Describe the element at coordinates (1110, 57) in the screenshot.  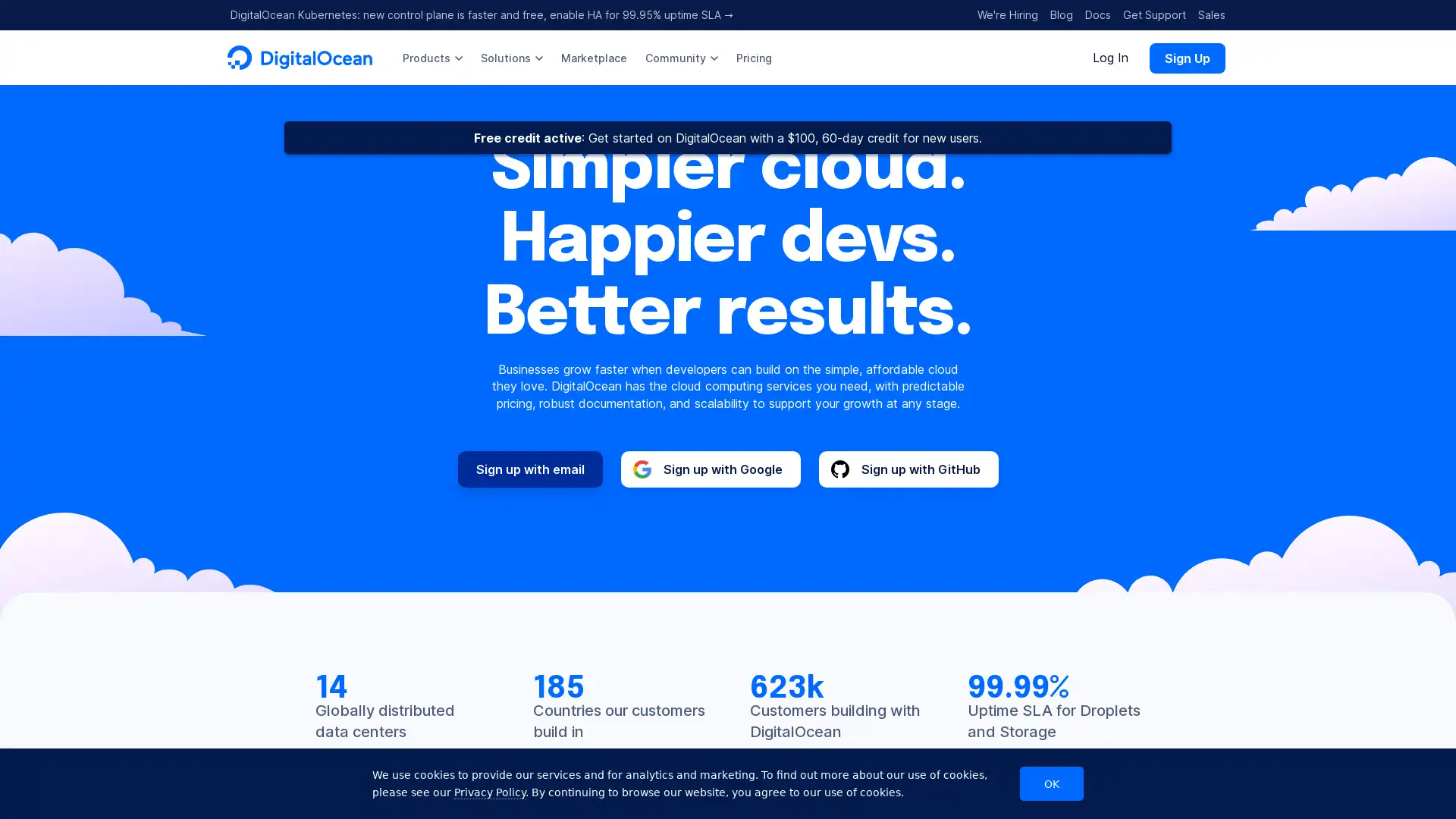
I see `Log In` at that location.